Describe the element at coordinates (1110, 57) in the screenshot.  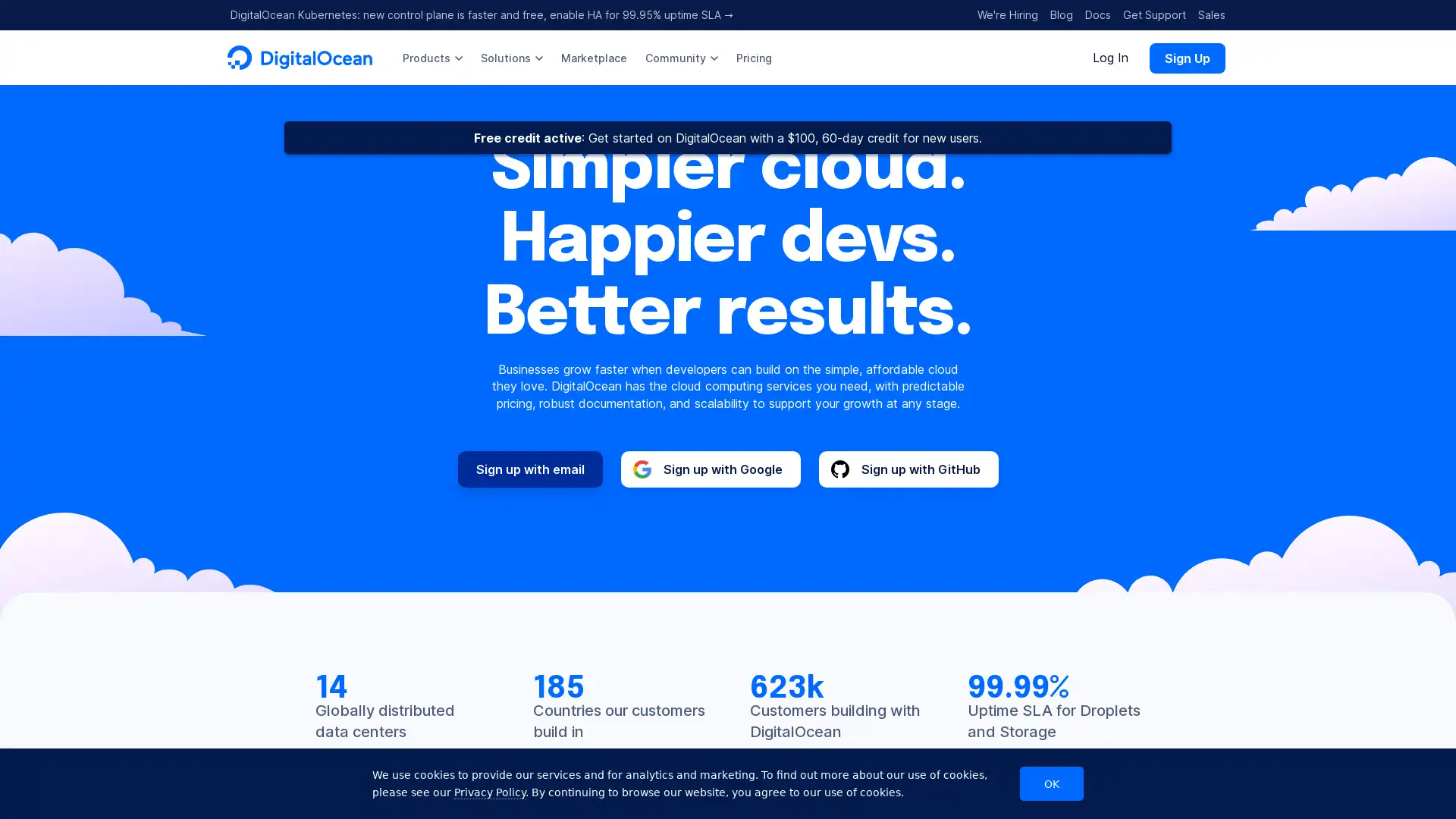
I see `Log In` at that location.